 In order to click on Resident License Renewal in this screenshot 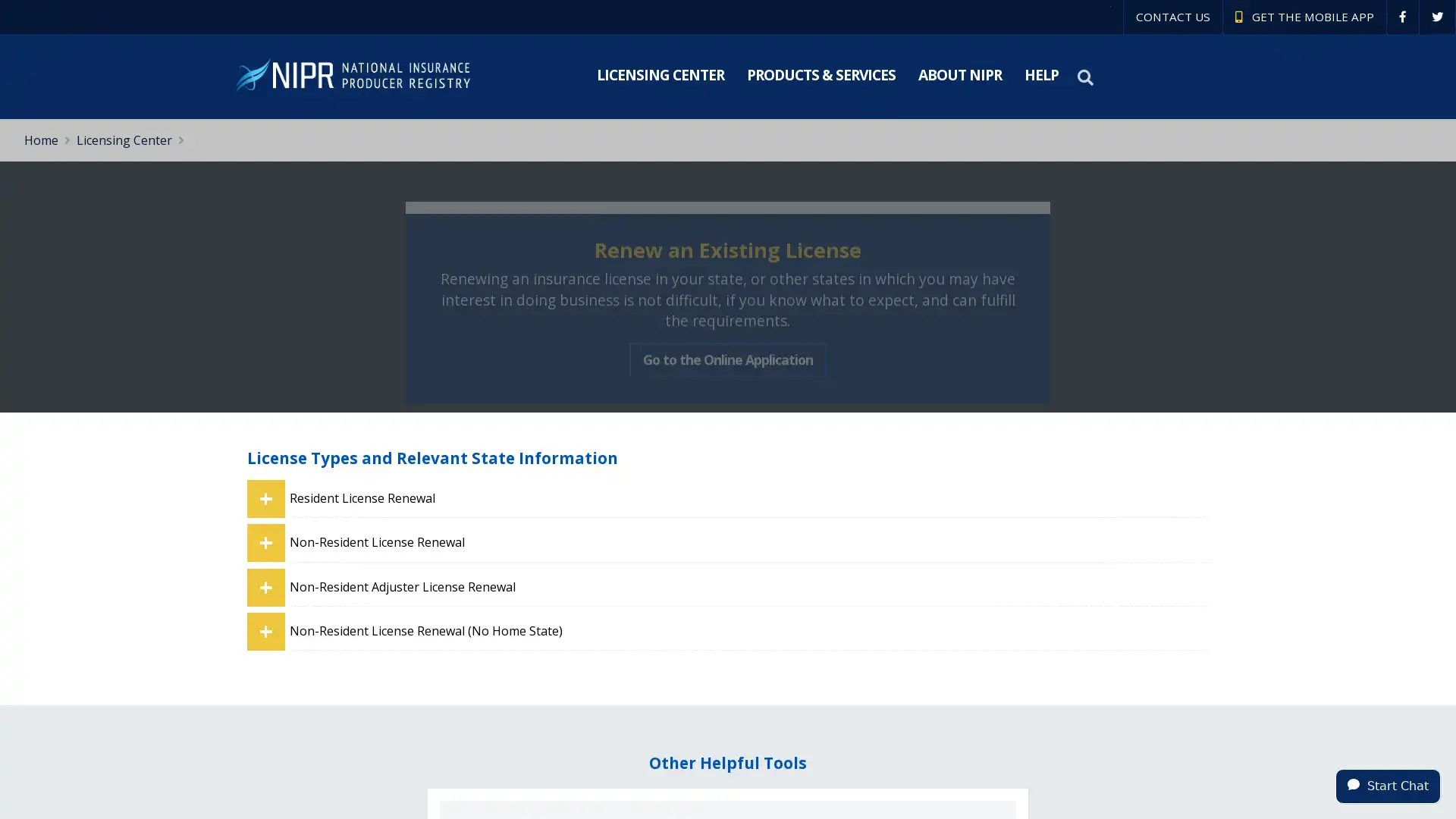, I will do `click(749, 498)`.